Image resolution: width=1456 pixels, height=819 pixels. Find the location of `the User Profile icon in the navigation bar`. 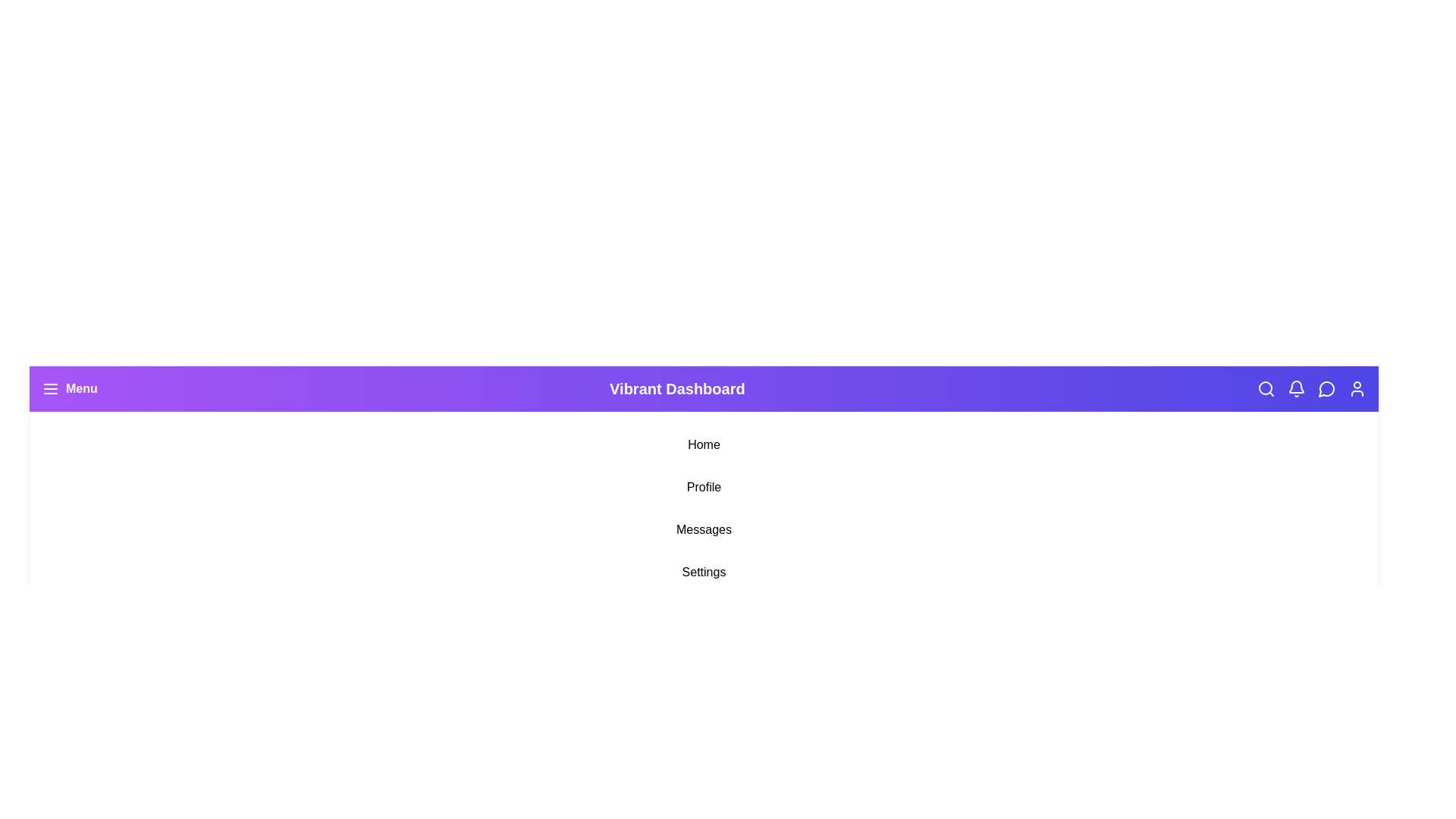

the User Profile icon in the navigation bar is located at coordinates (1357, 388).